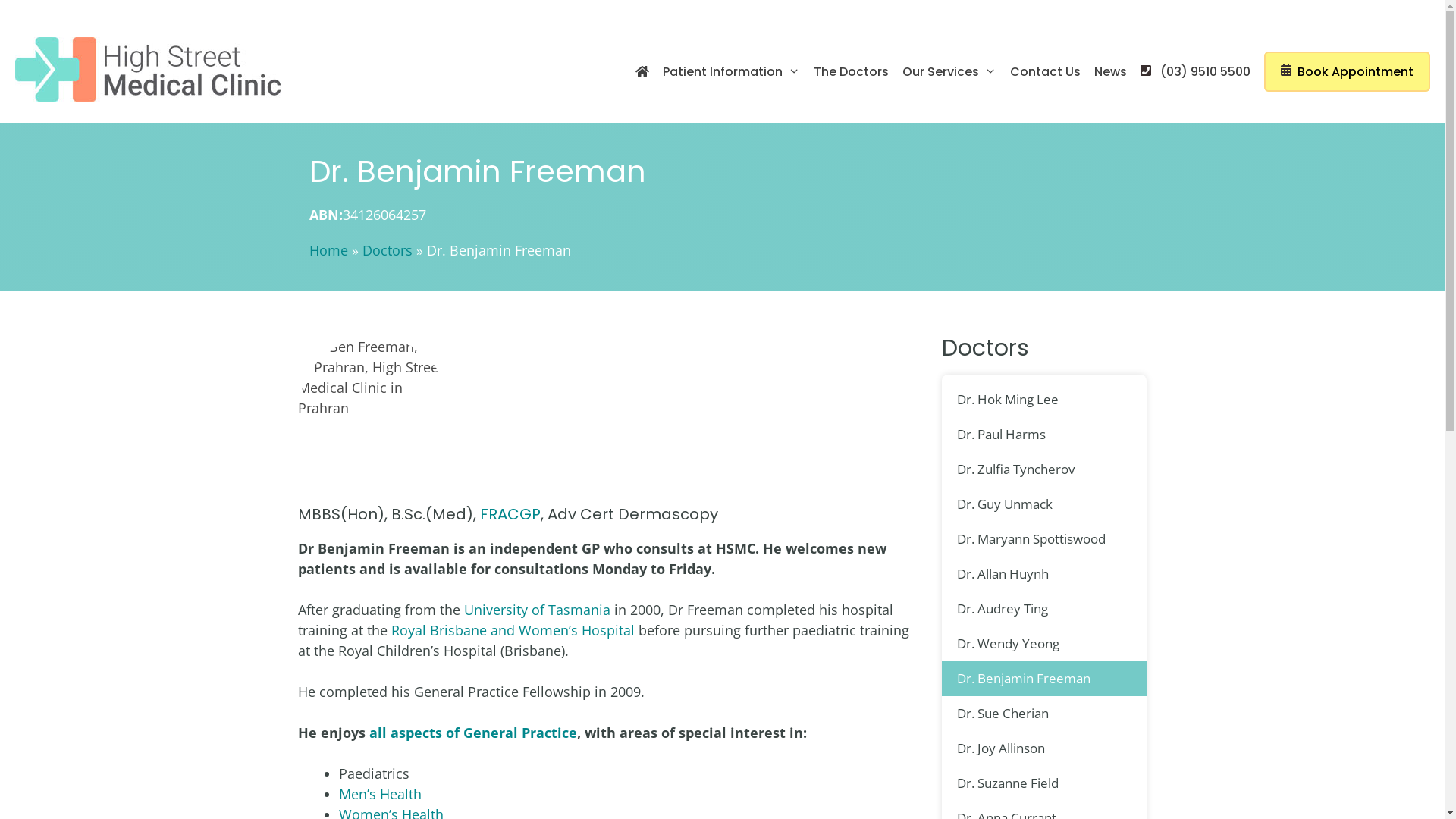 Image resolution: width=1456 pixels, height=819 pixels. I want to click on 'Doctors', so click(387, 249).